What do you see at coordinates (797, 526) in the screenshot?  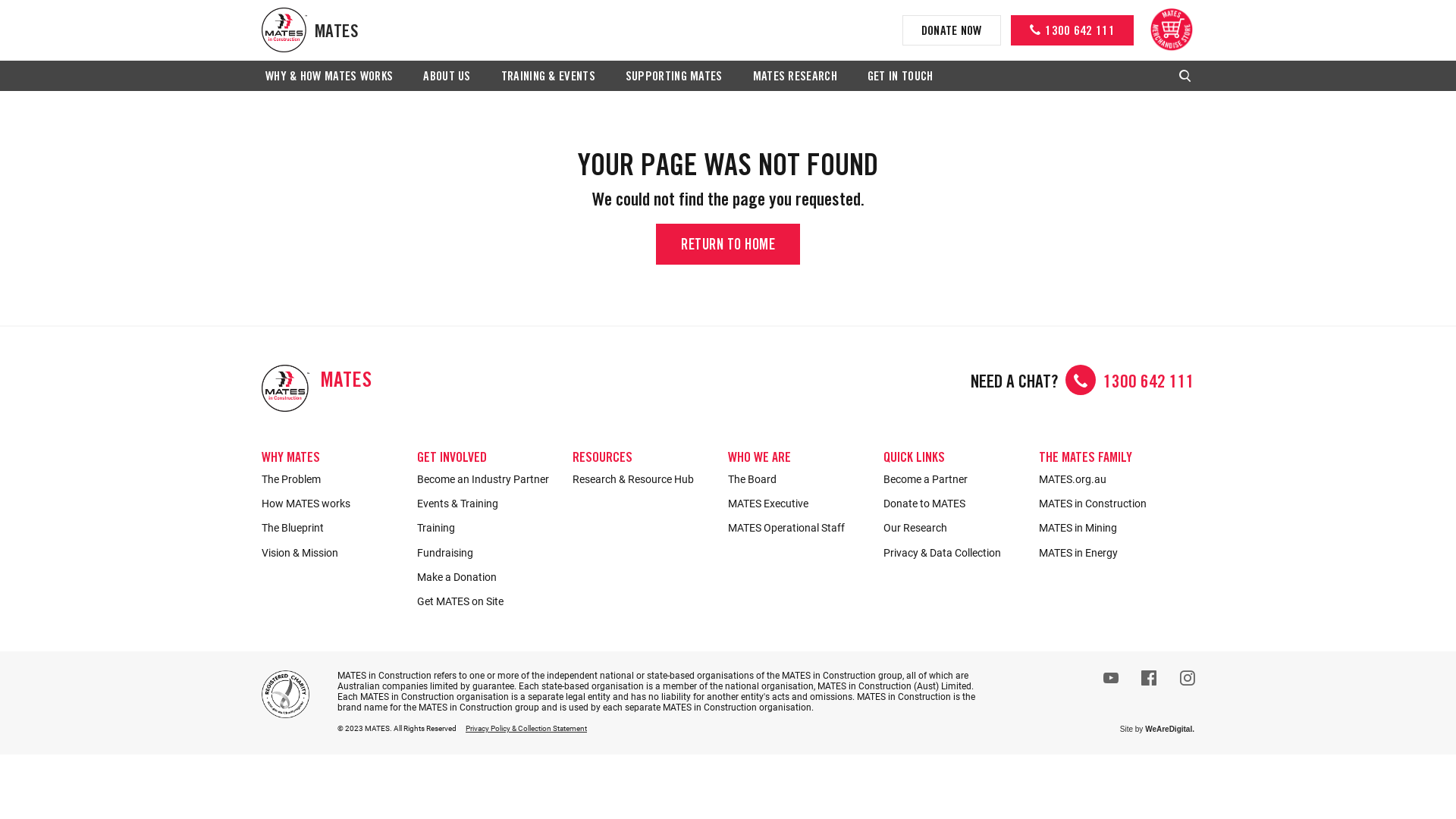 I see `'MATES Operational Staff'` at bounding box center [797, 526].